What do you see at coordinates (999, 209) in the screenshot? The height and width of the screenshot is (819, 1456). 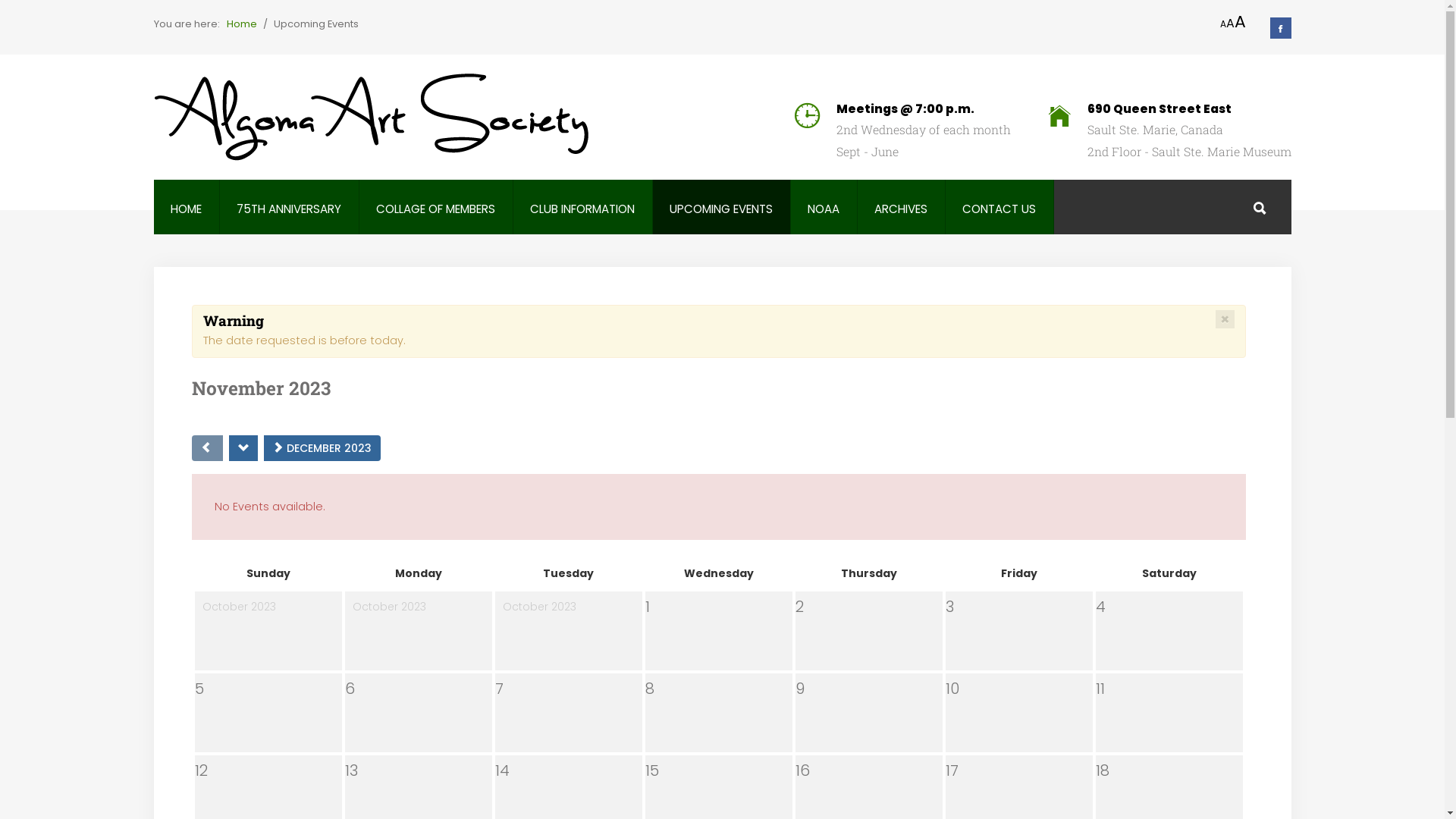 I see `'CONTACT US'` at bounding box center [999, 209].